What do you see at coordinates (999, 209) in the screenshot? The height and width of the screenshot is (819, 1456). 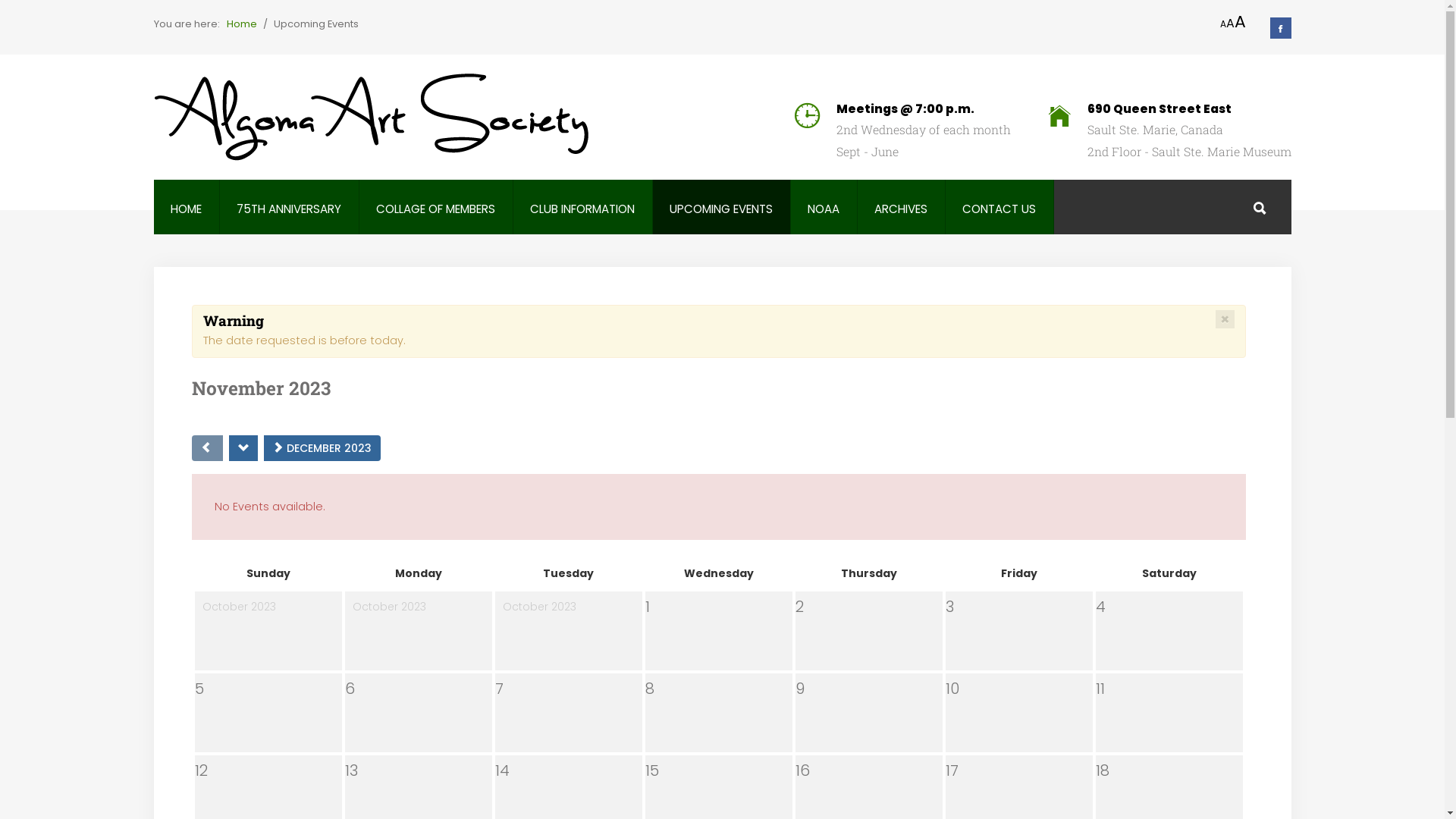 I see `'CONTACT US'` at bounding box center [999, 209].